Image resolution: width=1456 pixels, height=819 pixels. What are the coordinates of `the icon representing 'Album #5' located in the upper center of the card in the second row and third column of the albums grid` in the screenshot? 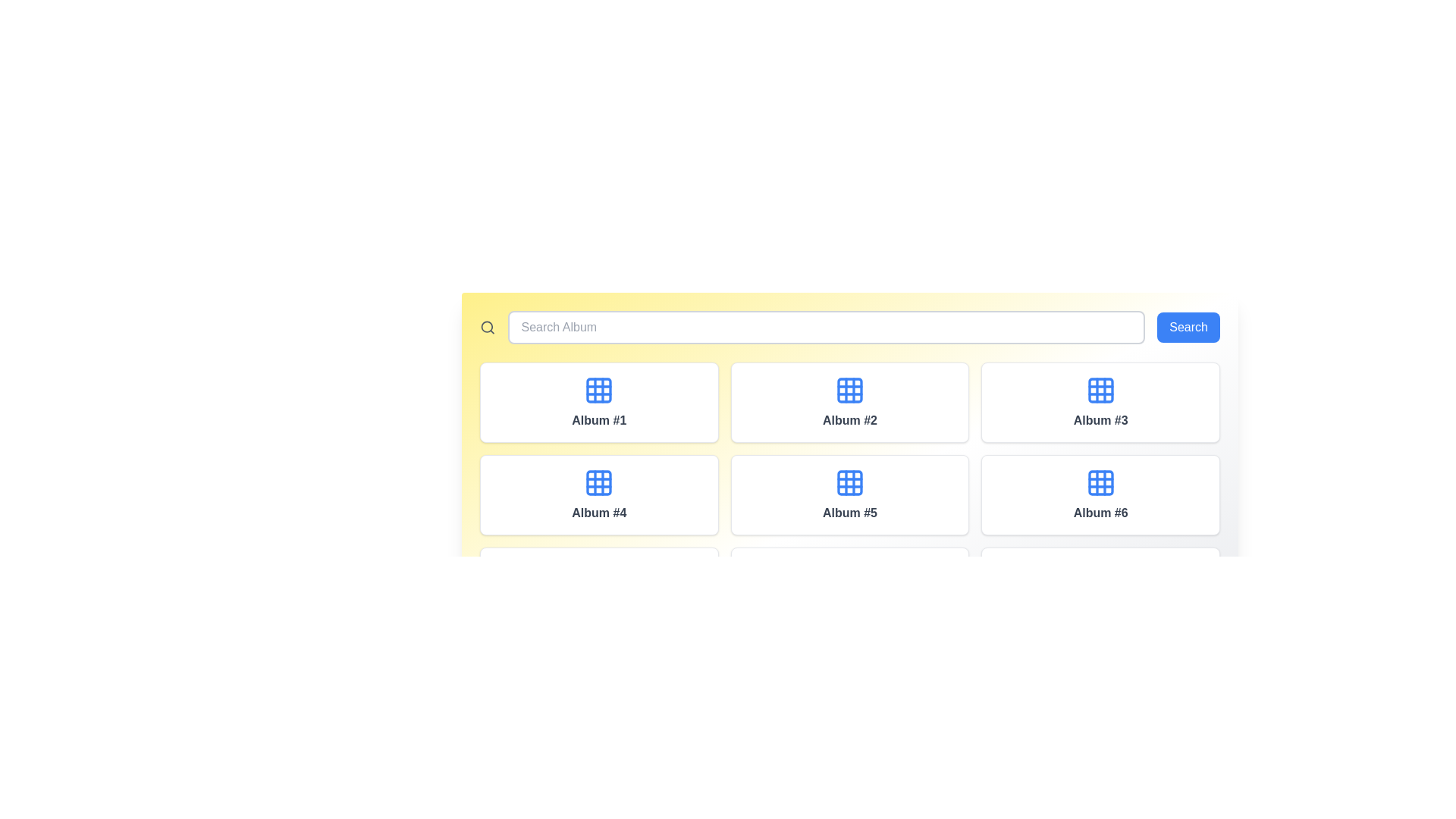 It's located at (849, 482).